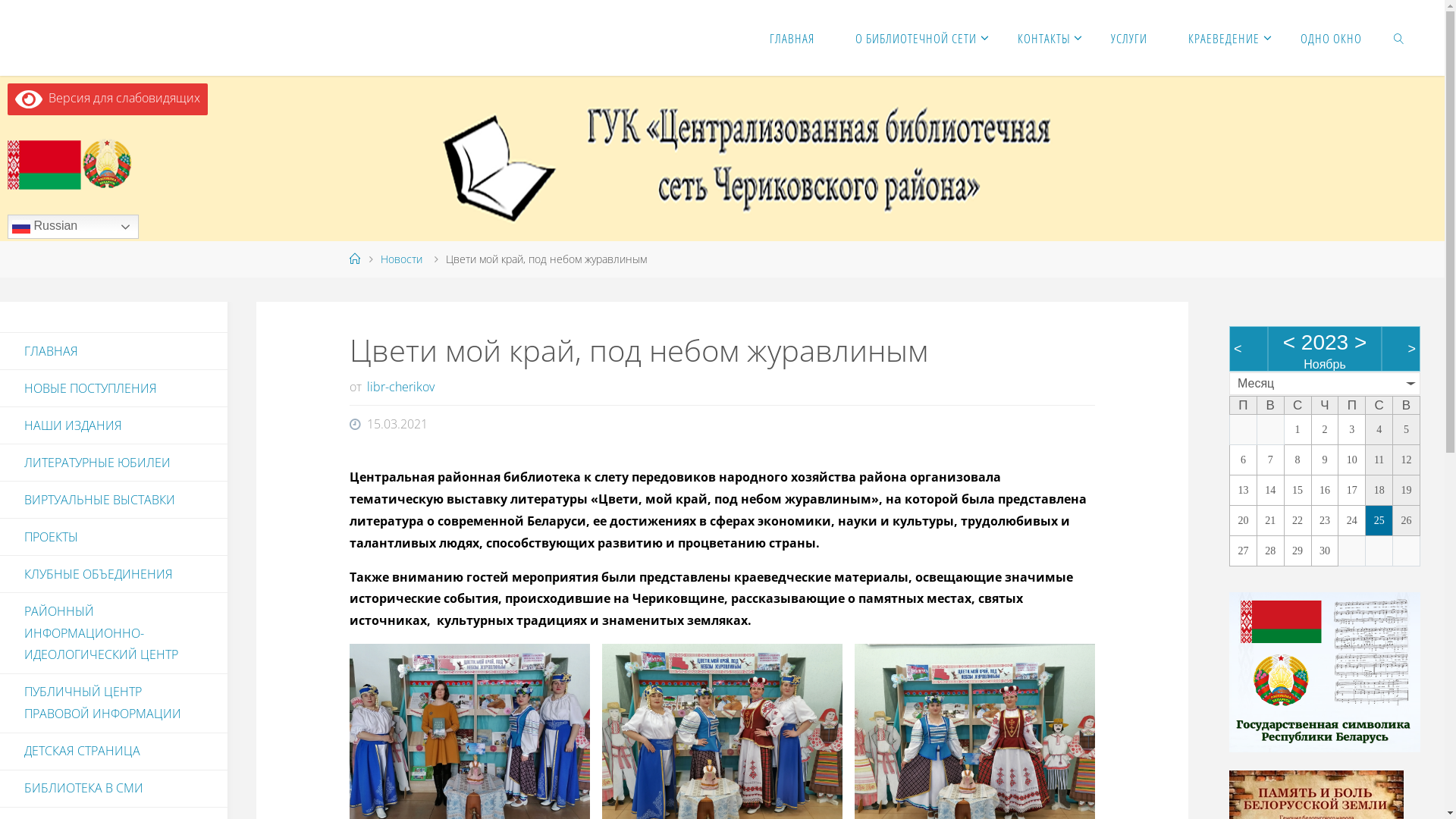 Image resolution: width=1456 pixels, height=819 pixels. Describe the element at coordinates (1354, 342) in the screenshot. I see `'>'` at that location.